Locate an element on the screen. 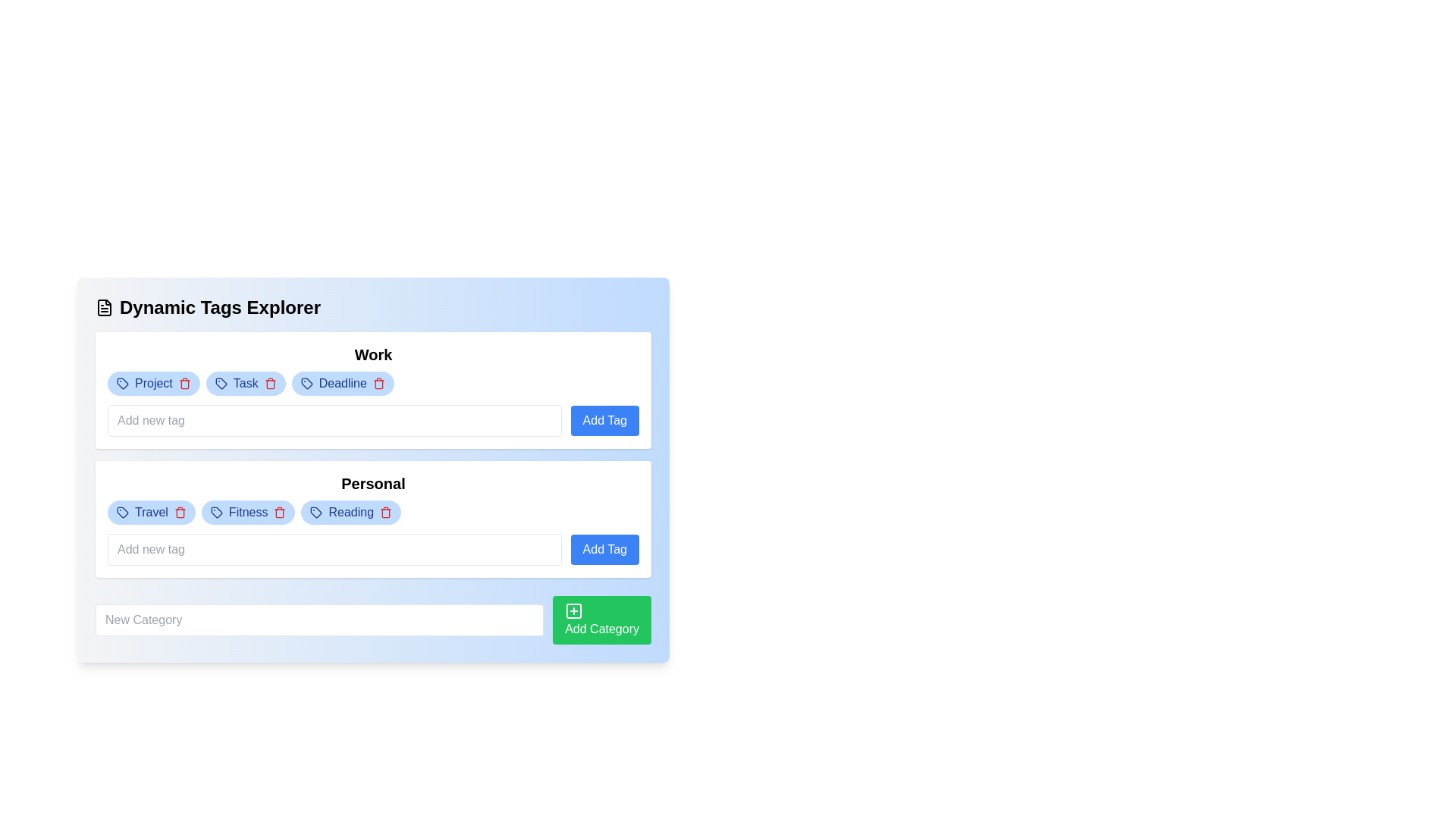  the composite element containing the text input field and button located at the bottom of the 'Dynamic Tags Explorer' section is located at coordinates (373, 620).